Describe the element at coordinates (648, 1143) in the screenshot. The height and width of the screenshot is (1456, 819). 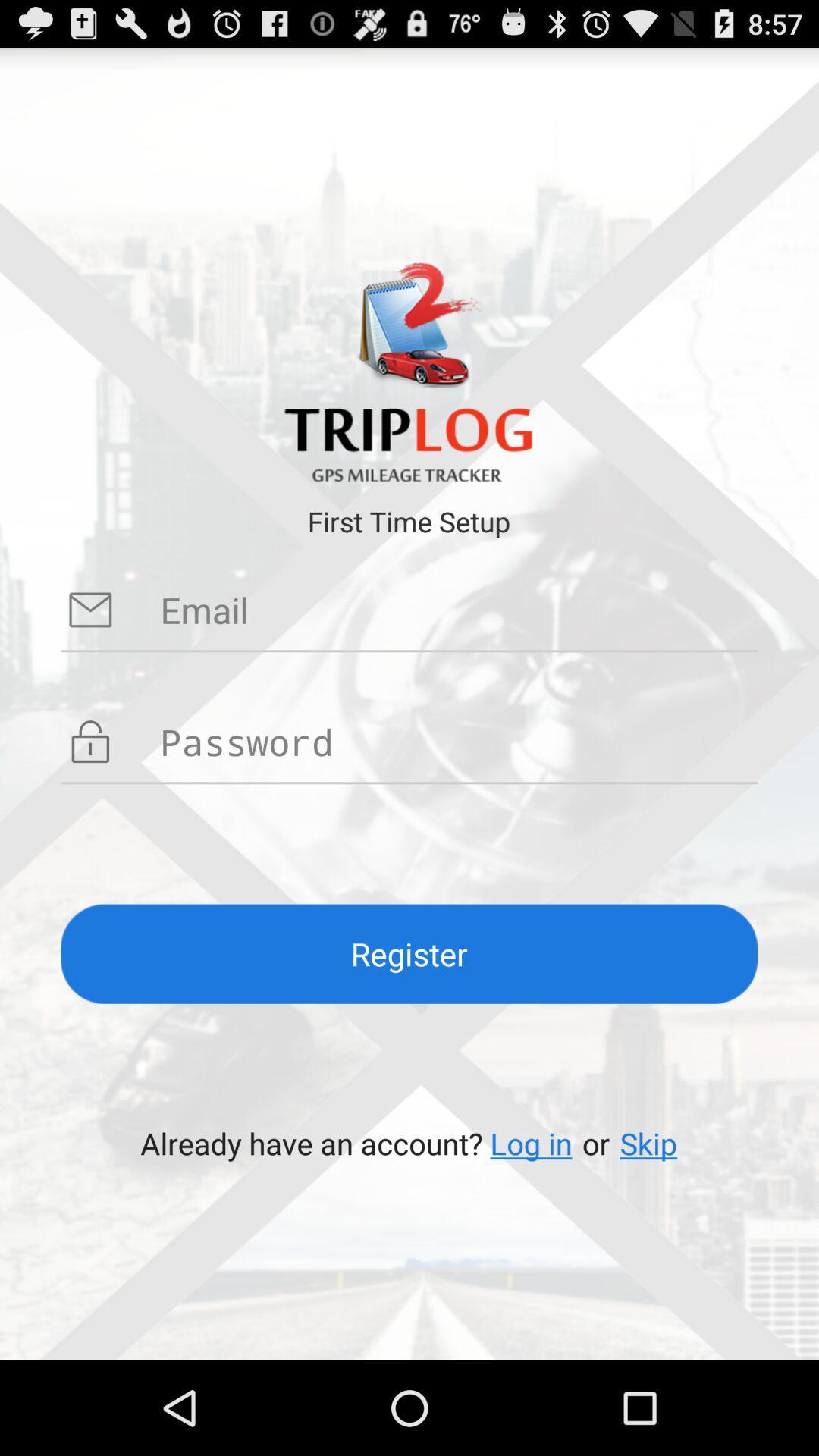
I see `app next to or app` at that location.